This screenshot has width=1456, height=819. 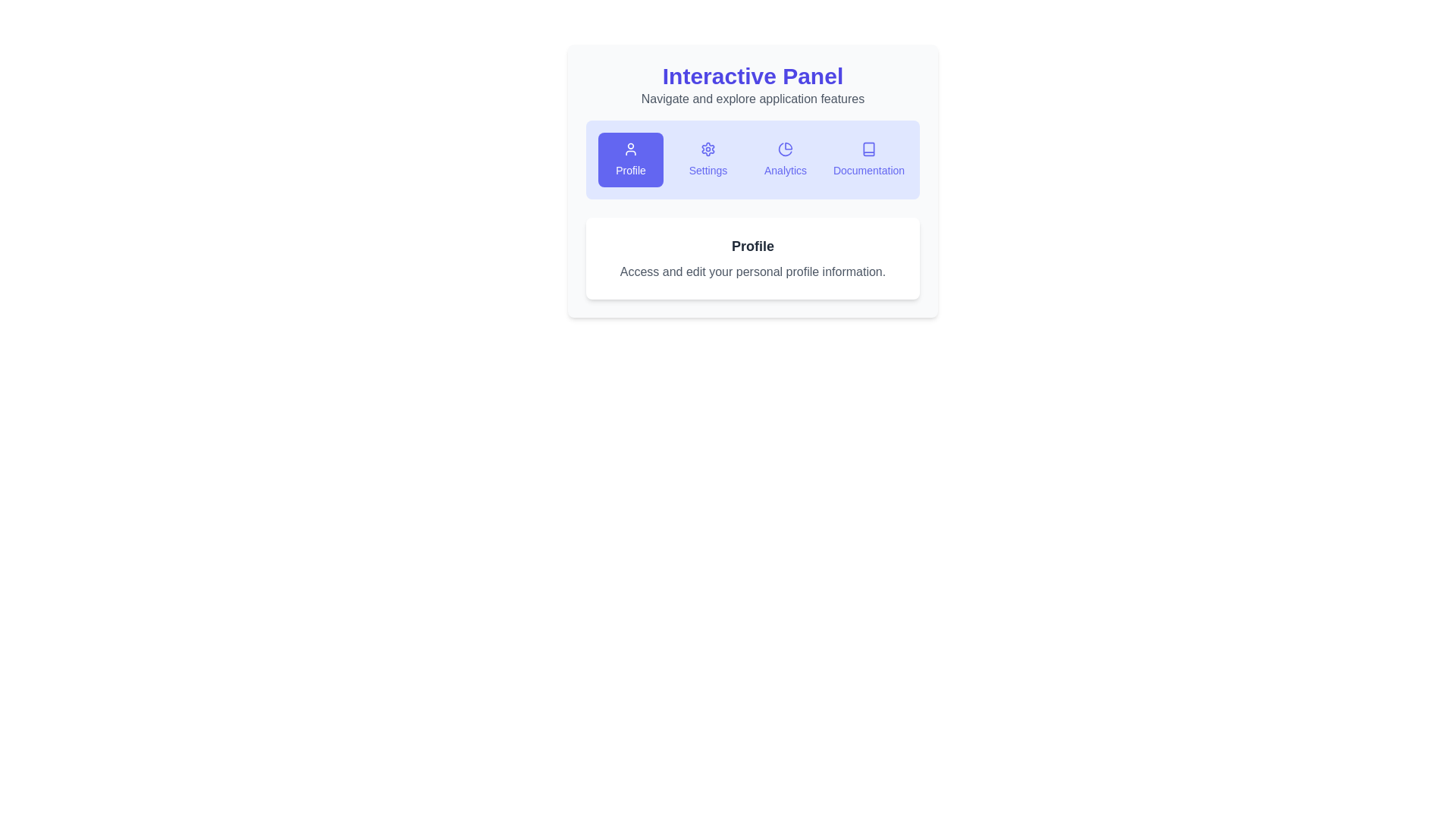 I want to click on the 'Analytics' button in the horizontal navigation menu, so click(x=753, y=160).